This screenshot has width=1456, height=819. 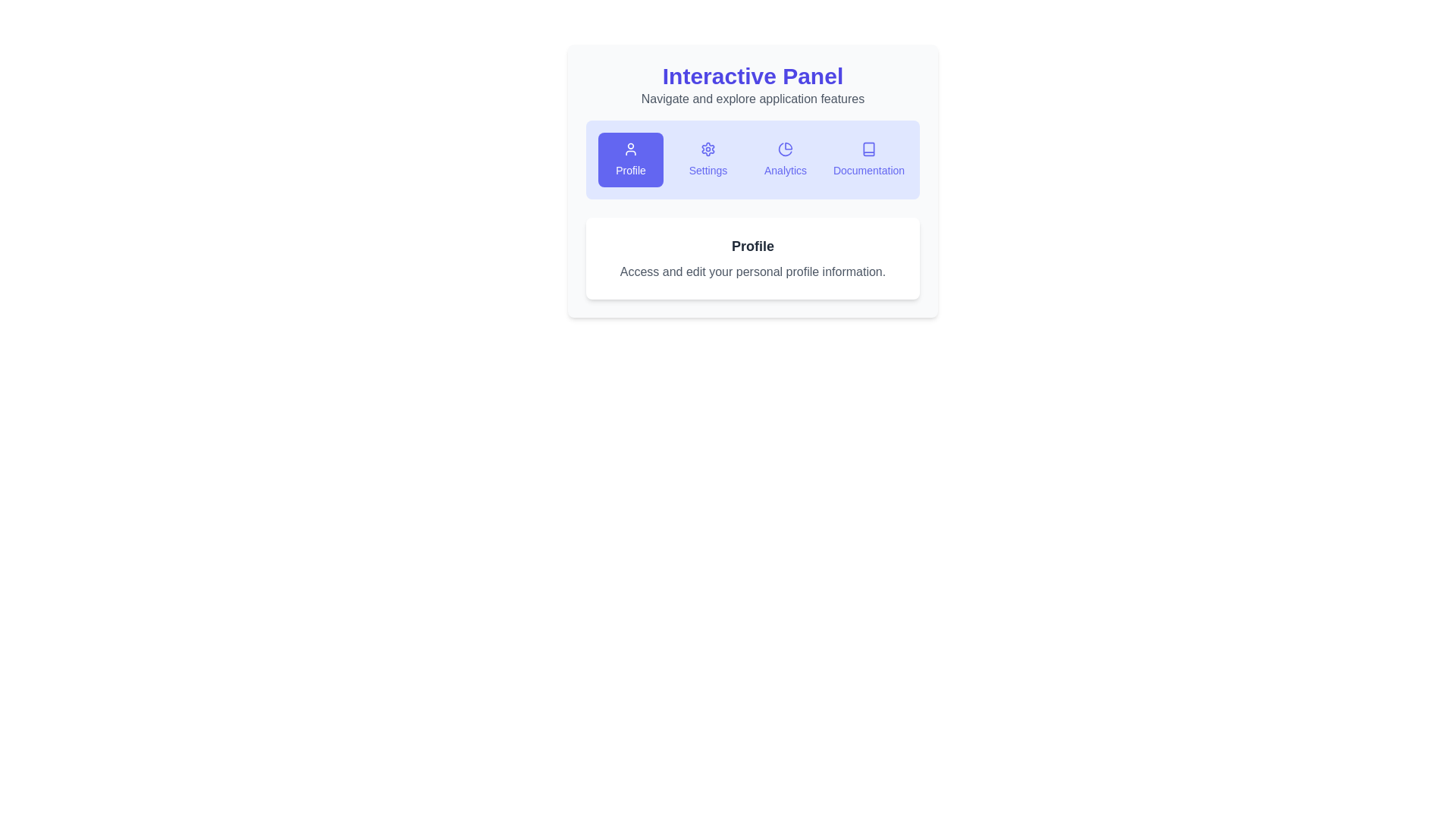 I want to click on the 'Analytics' button in the horizontal navigation menu, so click(x=753, y=160).